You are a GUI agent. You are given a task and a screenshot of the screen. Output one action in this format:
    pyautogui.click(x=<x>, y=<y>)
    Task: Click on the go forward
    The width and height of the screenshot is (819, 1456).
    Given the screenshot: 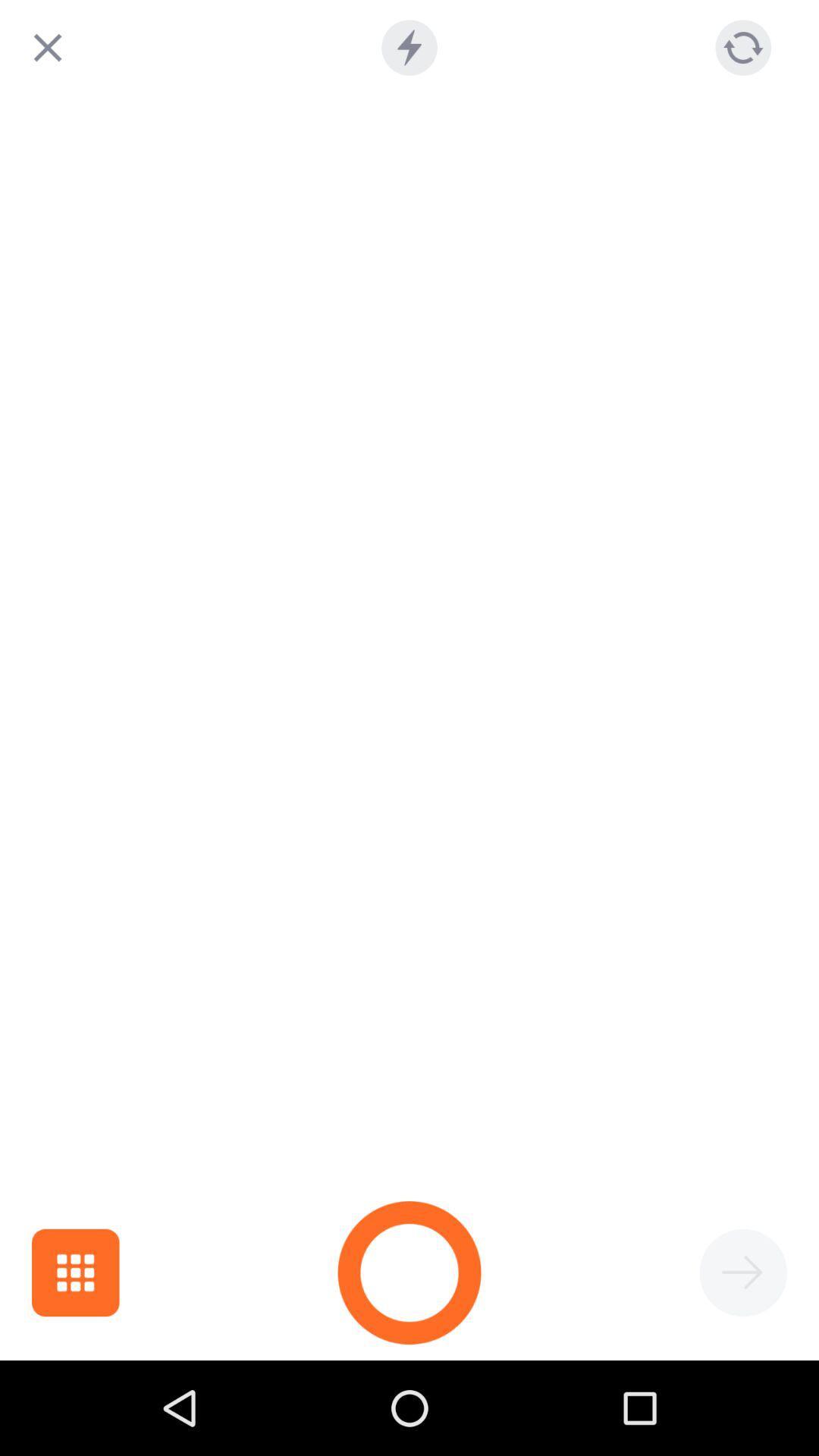 What is the action you would take?
    pyautogui.click(x=742, y=1272)
    